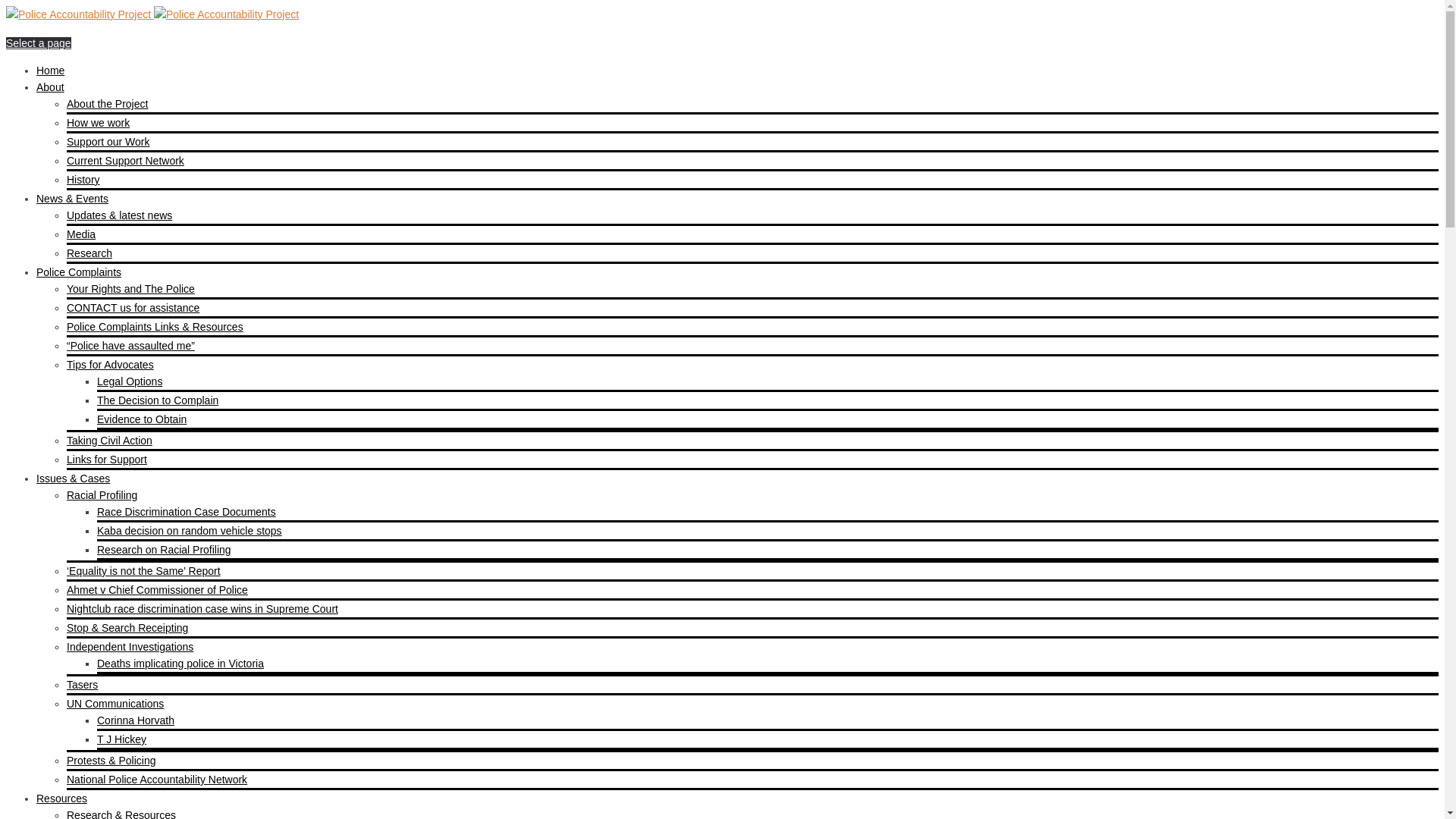  Describe the element at coordinates (130, 380) in the screenshot. I see `'Legal Options'` at that location.